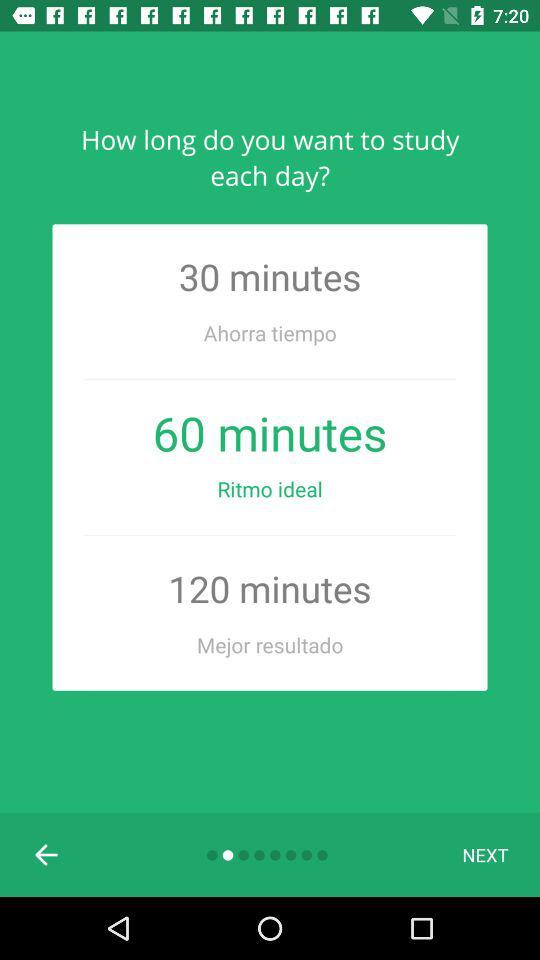  Describe the element at coordinates (47, 853) in the screenshot. I see `previous slide` at that location.